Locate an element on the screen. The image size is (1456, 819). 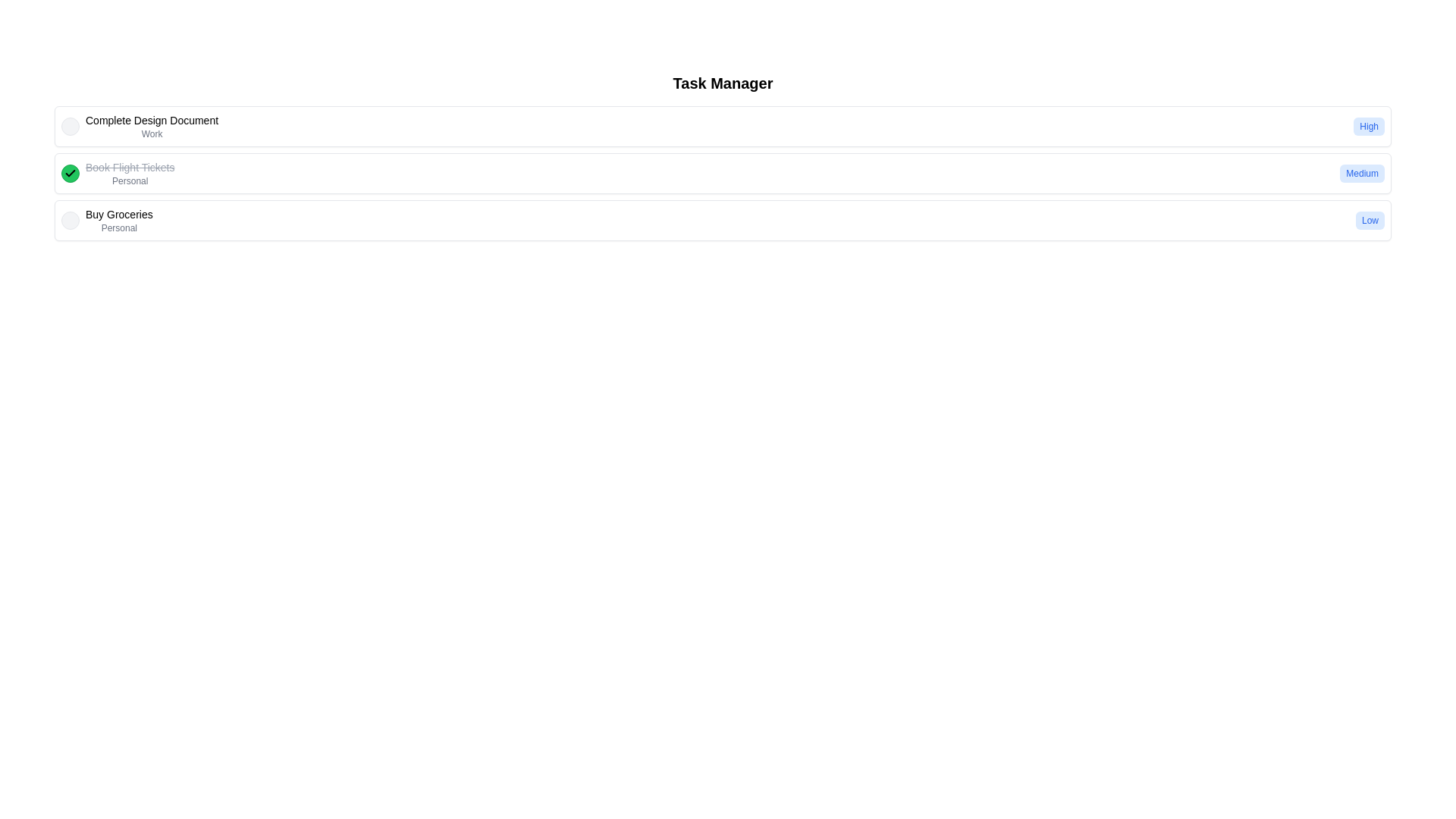
the priority indicator label that denotes the task's priority level as 'Medium', located in the second row of the task list, to the right of the task description for 'Book Flight Tickets' is located at coordinates (1362, 172).